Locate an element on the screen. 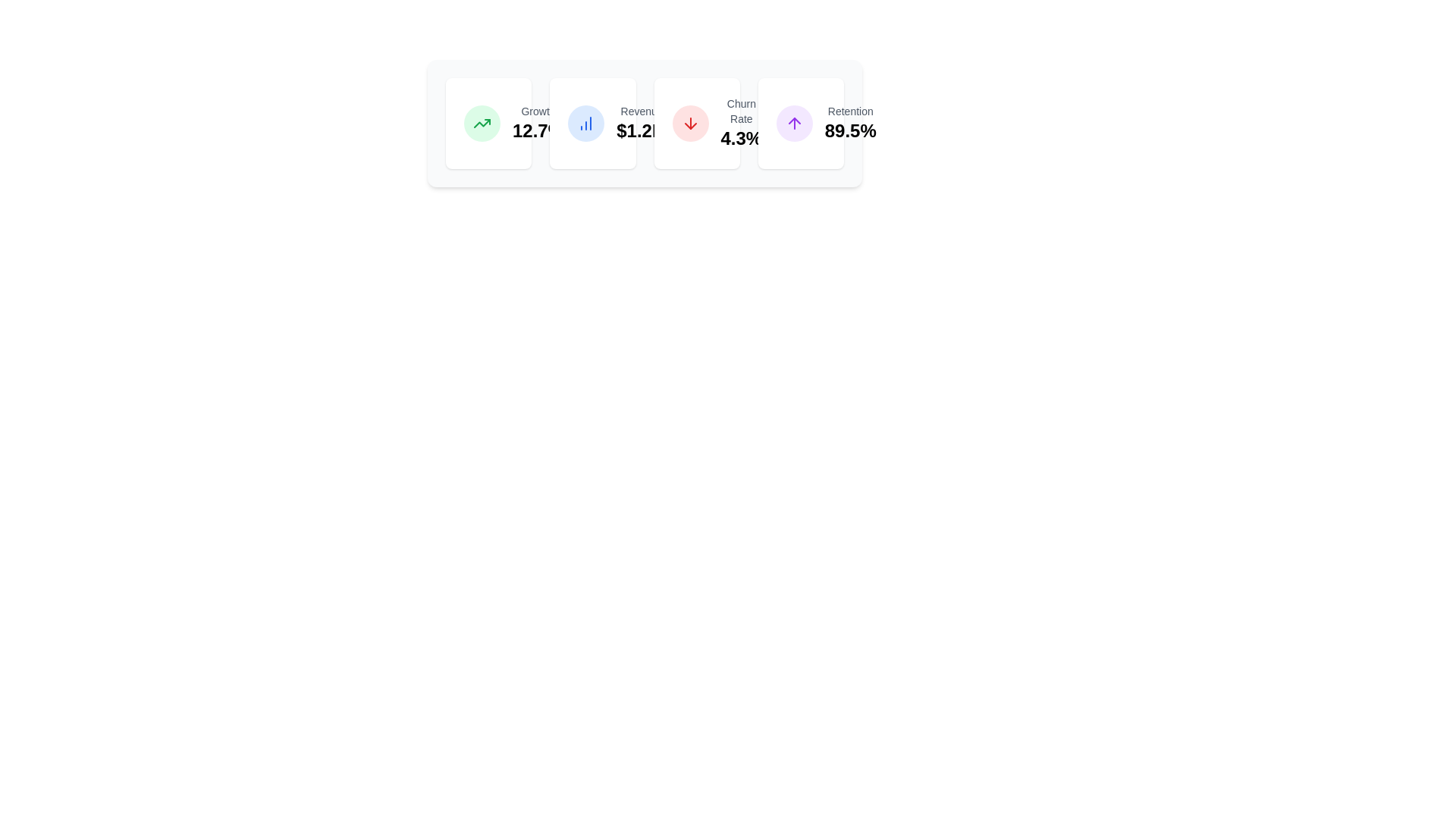 The image size is (1456, 819). the static text label that describes the metric within the card, located beneath a red downward arrow icon and above the bold text '4.3%' is located at coordinates (741, 110).